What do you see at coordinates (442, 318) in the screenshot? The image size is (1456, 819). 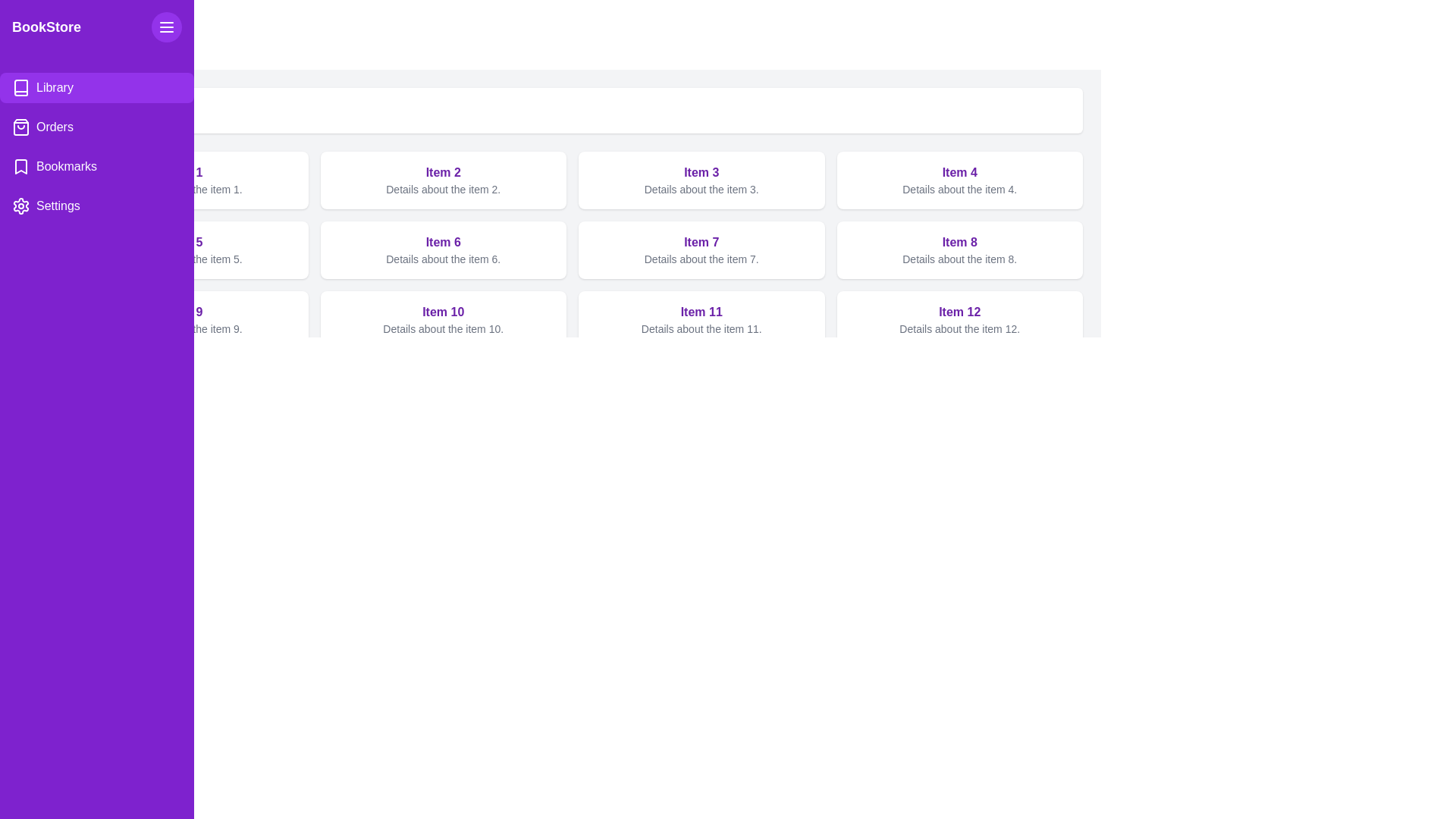 I see `the Informational Card located in the last row and second column of the grid layout, which displays information about an item` at bounding box center [442, 318].